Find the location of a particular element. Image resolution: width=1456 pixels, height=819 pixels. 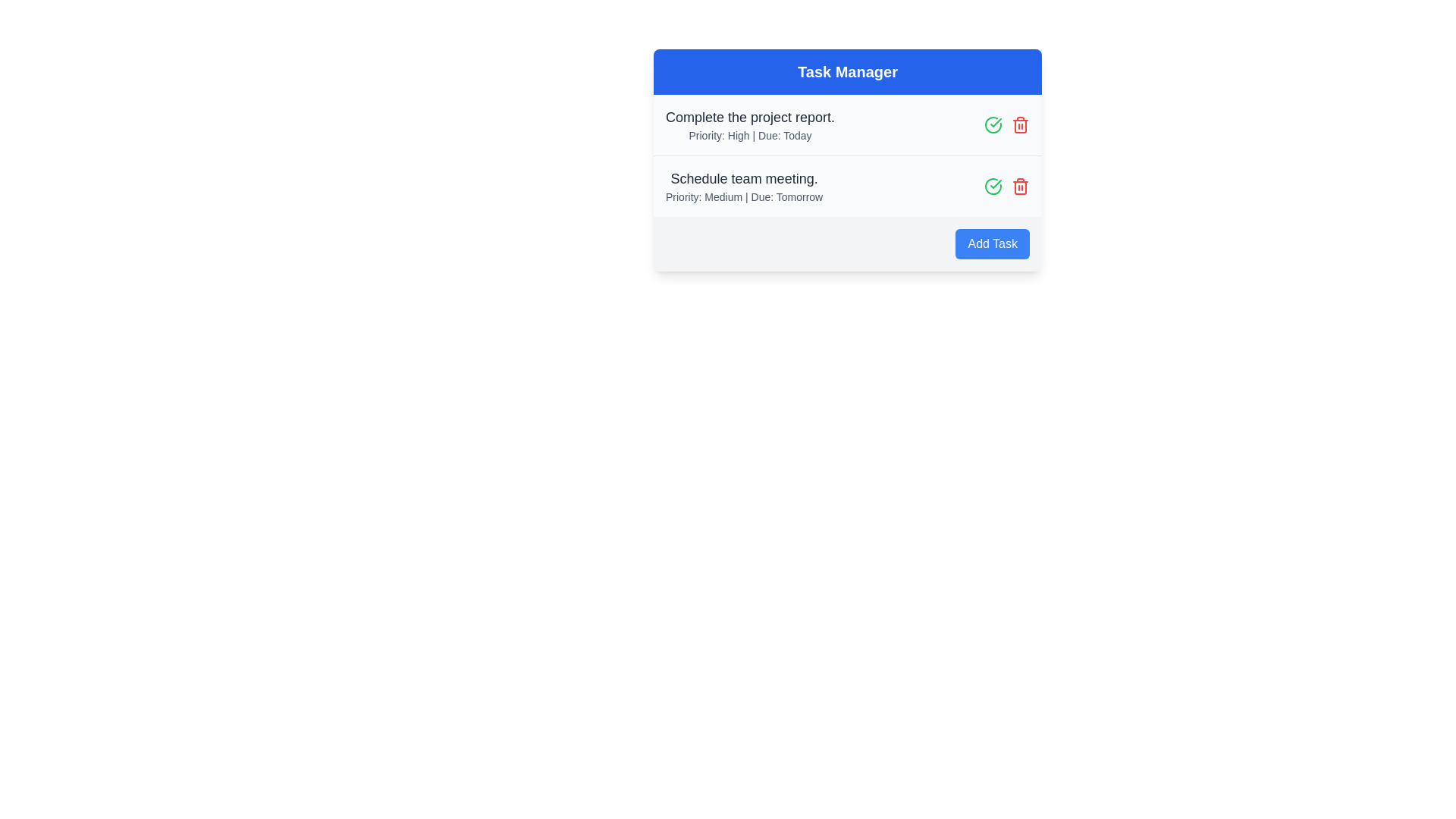

the text label displaying 'Schedule team meeting.' which is the second task in the task manager interface is located at coordinates (744, 186).